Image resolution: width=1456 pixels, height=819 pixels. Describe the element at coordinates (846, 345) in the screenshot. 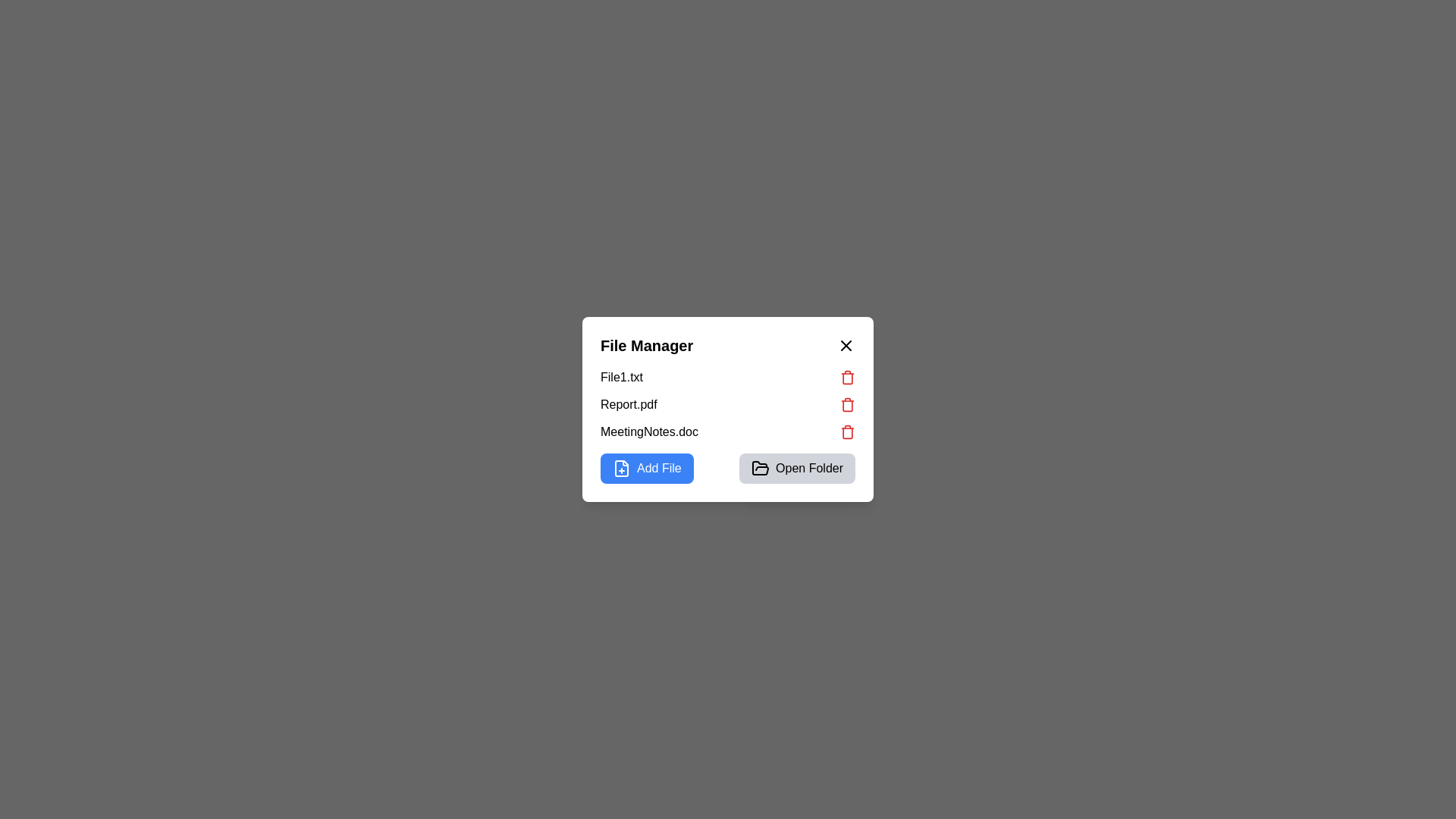

I see `the Close icon button located in the top-right corner of the File Manager interface` at that location.